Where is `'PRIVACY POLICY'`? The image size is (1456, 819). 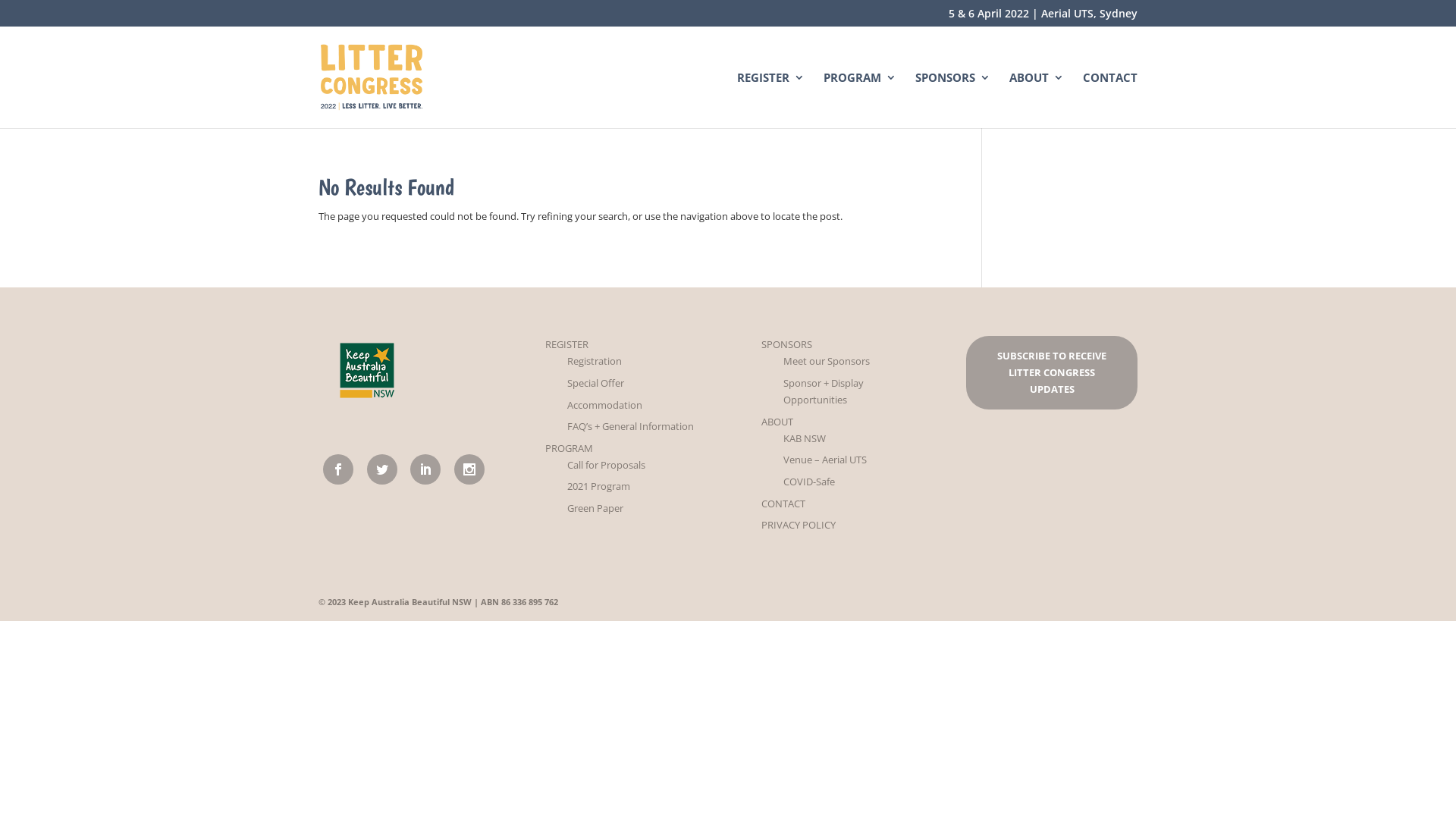
'PRIVACY POLICY' is located at coordinates (761, 523).